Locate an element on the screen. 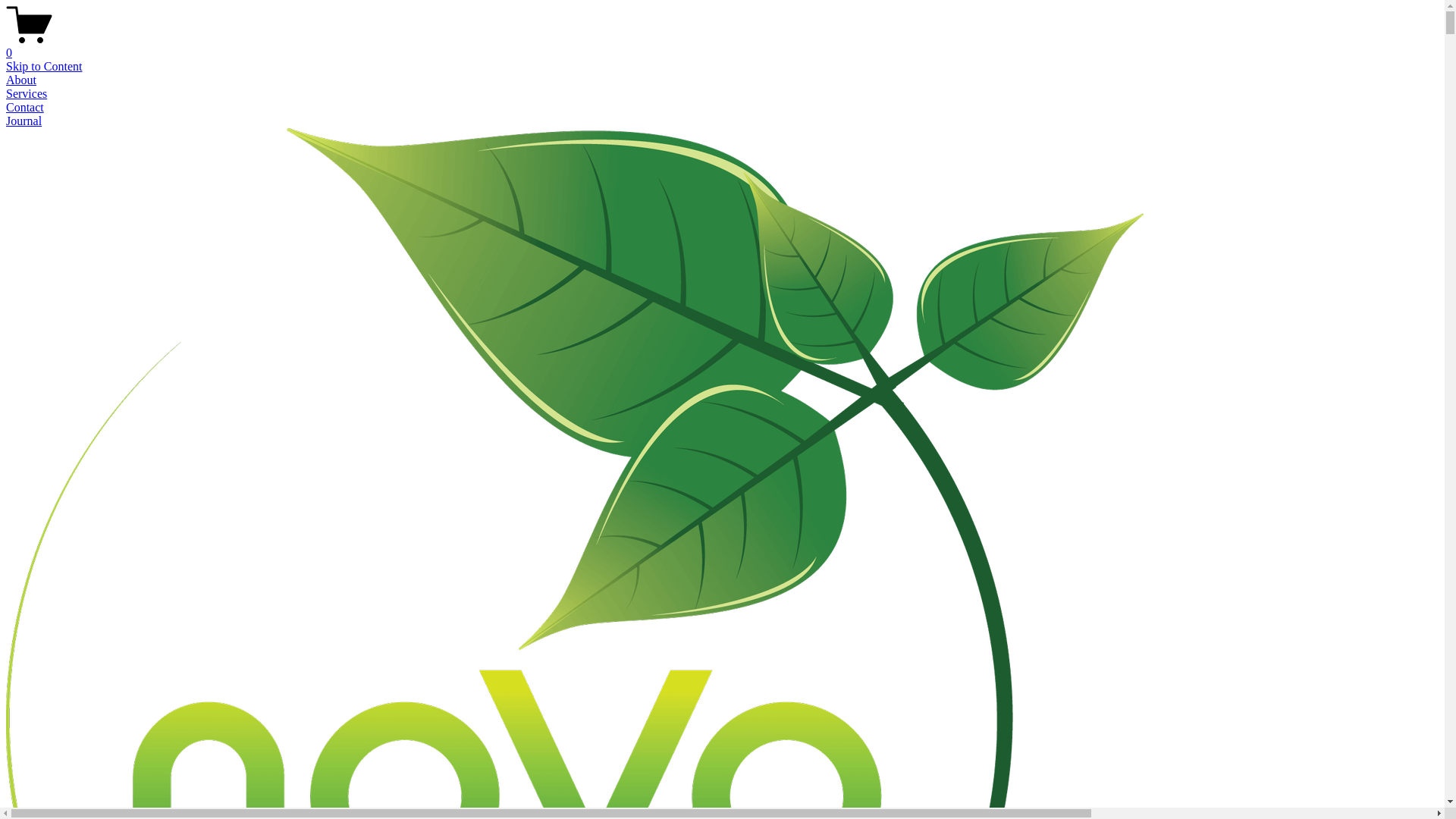 This screenshot has width=1456, height=819. 'About' is located at coordinates (21, 80).